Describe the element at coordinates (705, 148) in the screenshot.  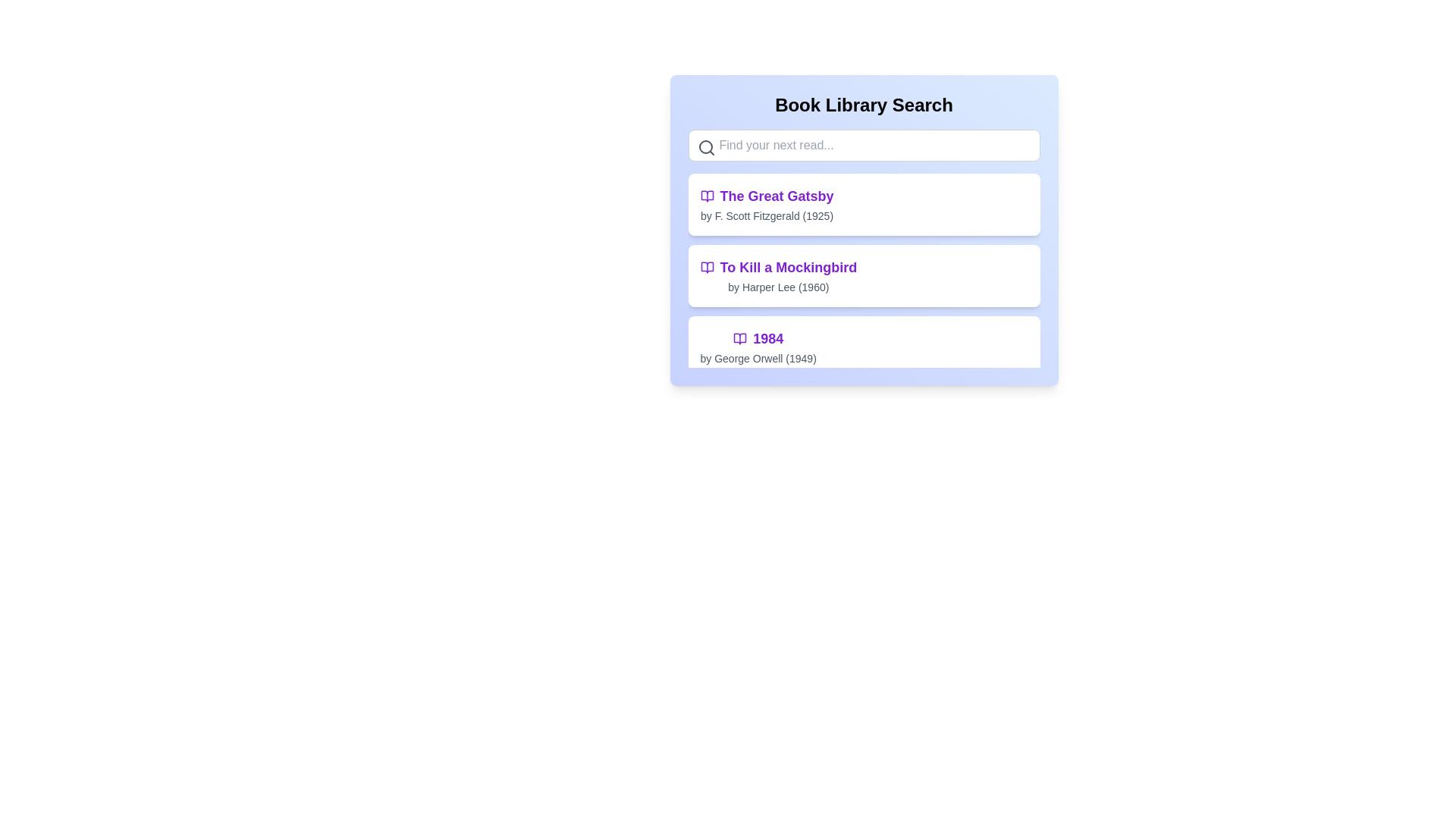
I see `the search icon located to the left of the input field, adjacent to the placeholder text 'Find your next read...'` at that location.